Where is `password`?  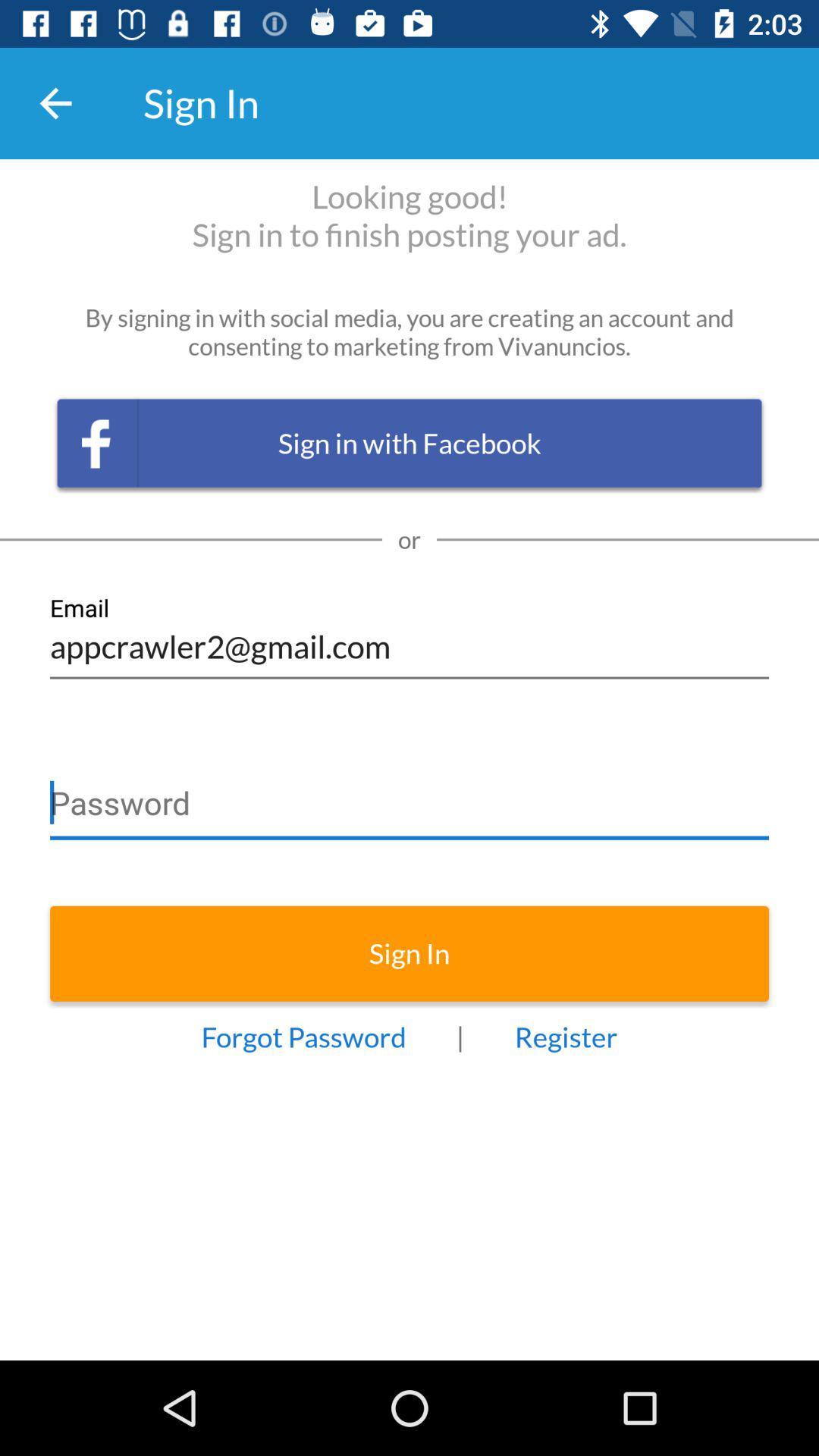 password is located at coordinates (409, 795).